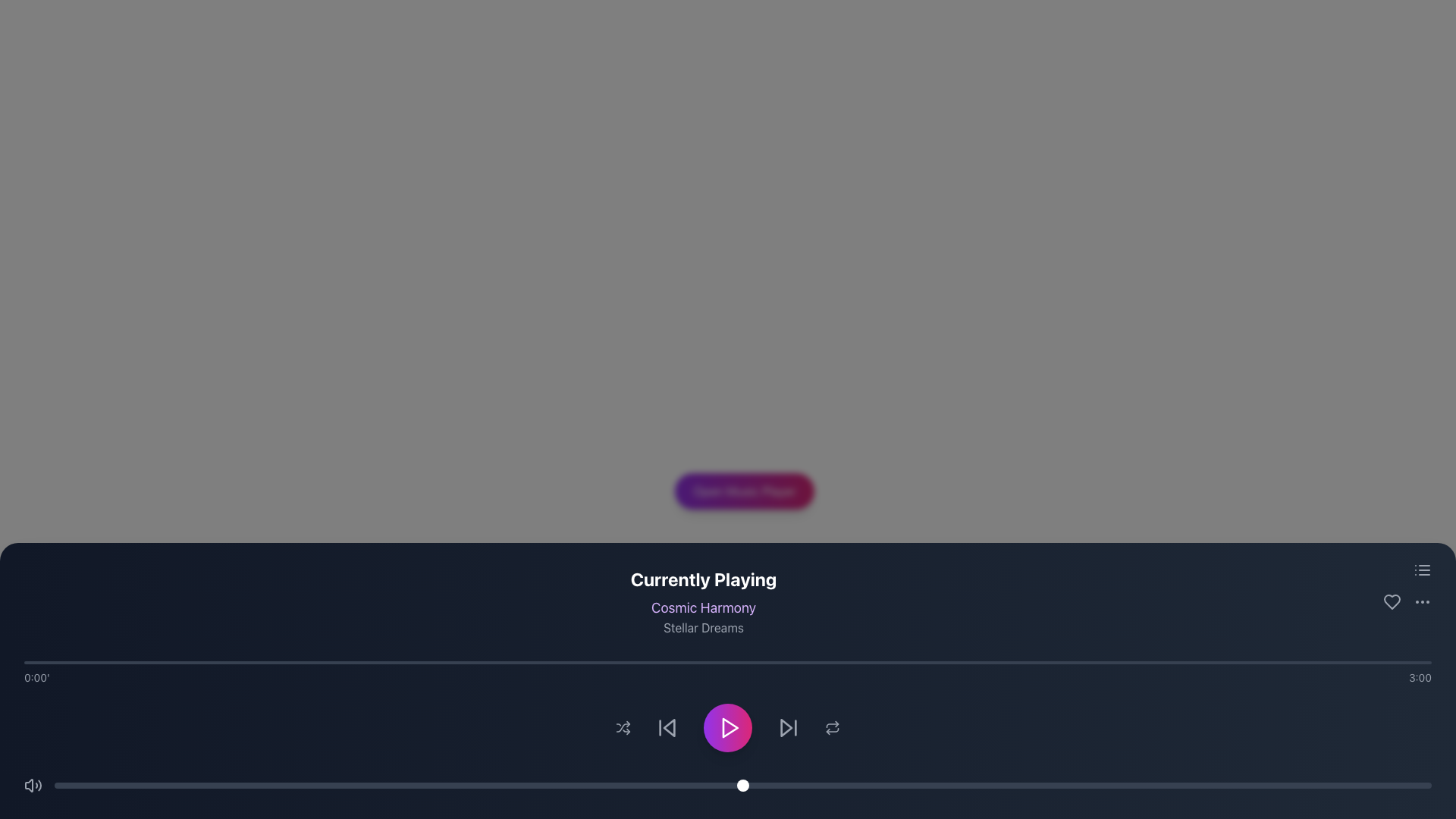 The image size is (1456, 819). I want to click on the skip back button located in the media control bar, which is the second icon to the left of the central play button, so click(667, 727).